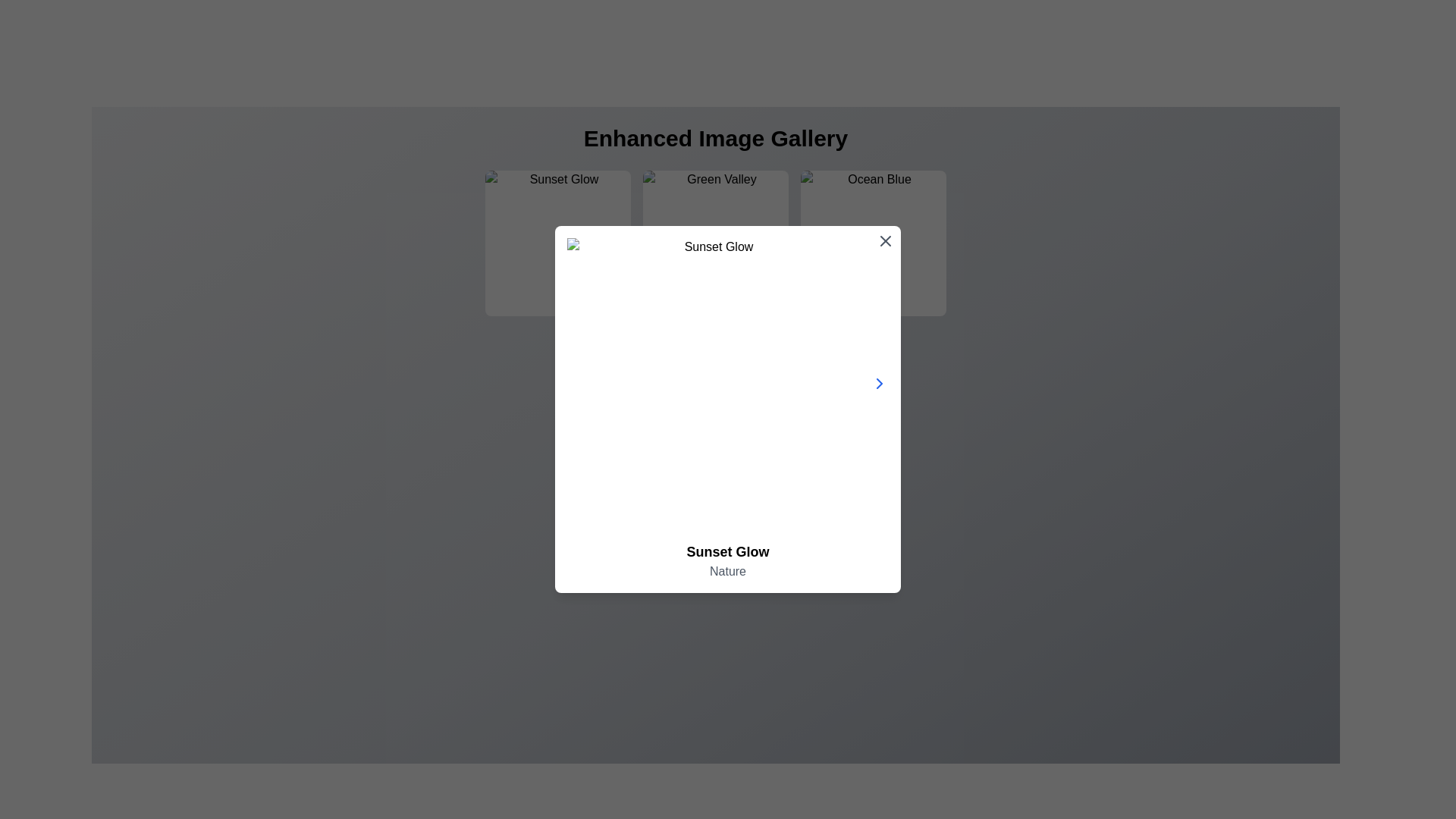  Describe the element at coordinates (728, 571) in the screenshot. I see `the text label positioned centrally in the lower part of the modal dialog, located directly beneath the 'Sunset Glow' label` at that location.